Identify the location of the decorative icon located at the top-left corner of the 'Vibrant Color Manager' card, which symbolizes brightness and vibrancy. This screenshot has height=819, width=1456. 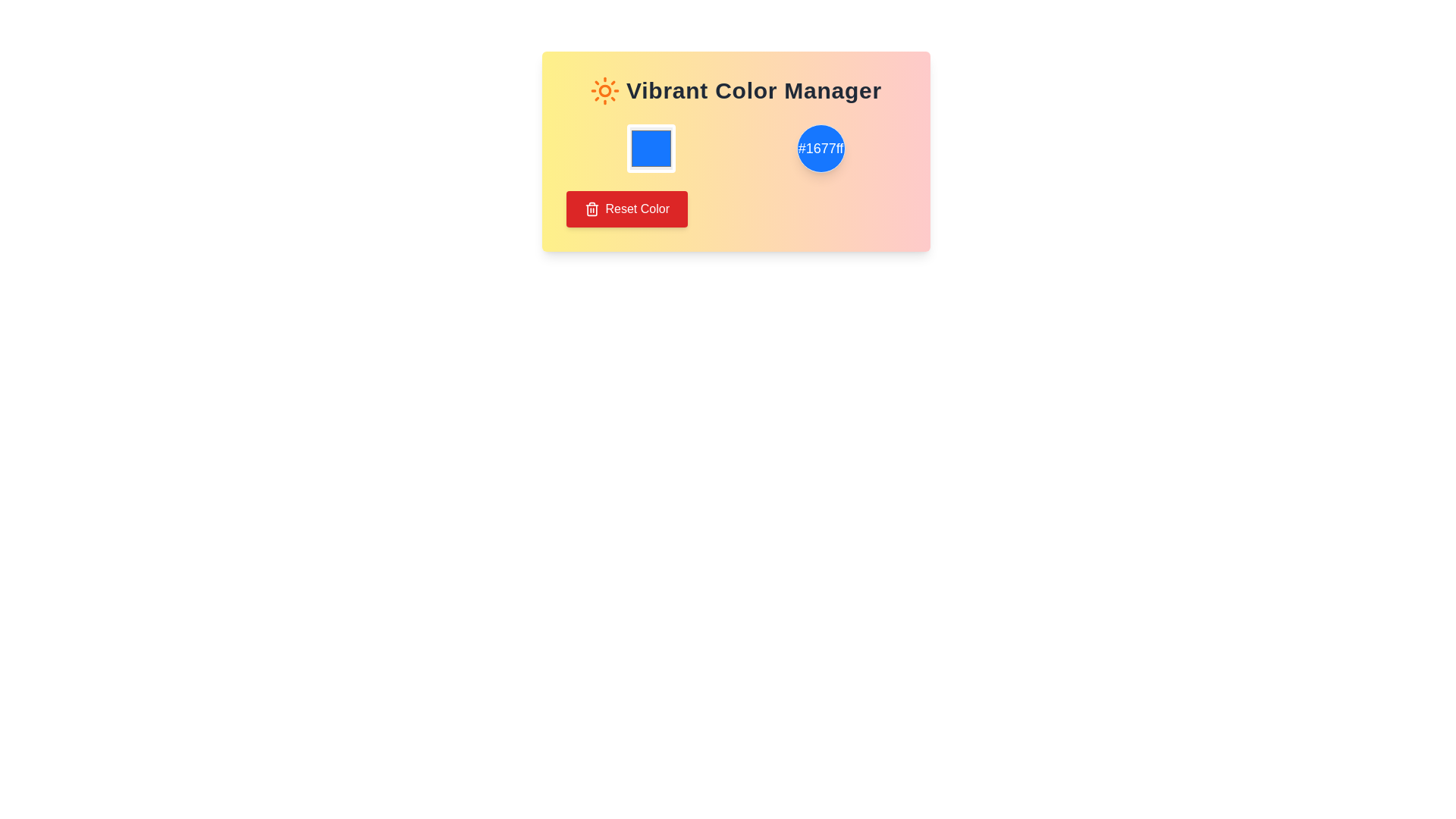
(604, 90).